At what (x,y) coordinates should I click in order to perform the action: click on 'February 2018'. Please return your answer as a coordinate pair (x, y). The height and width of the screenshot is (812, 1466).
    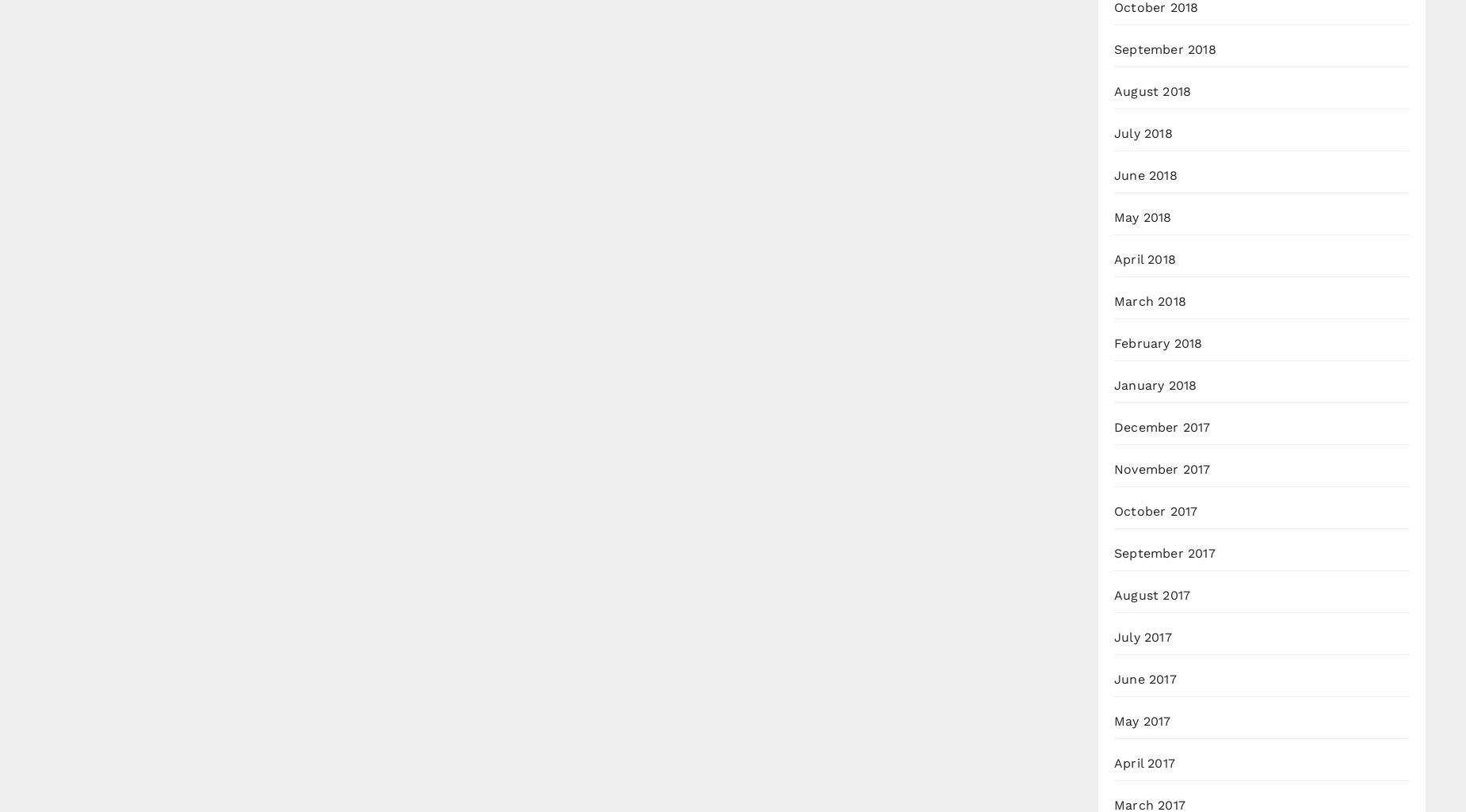
    Looking at the image, I should click on (1158, 342).